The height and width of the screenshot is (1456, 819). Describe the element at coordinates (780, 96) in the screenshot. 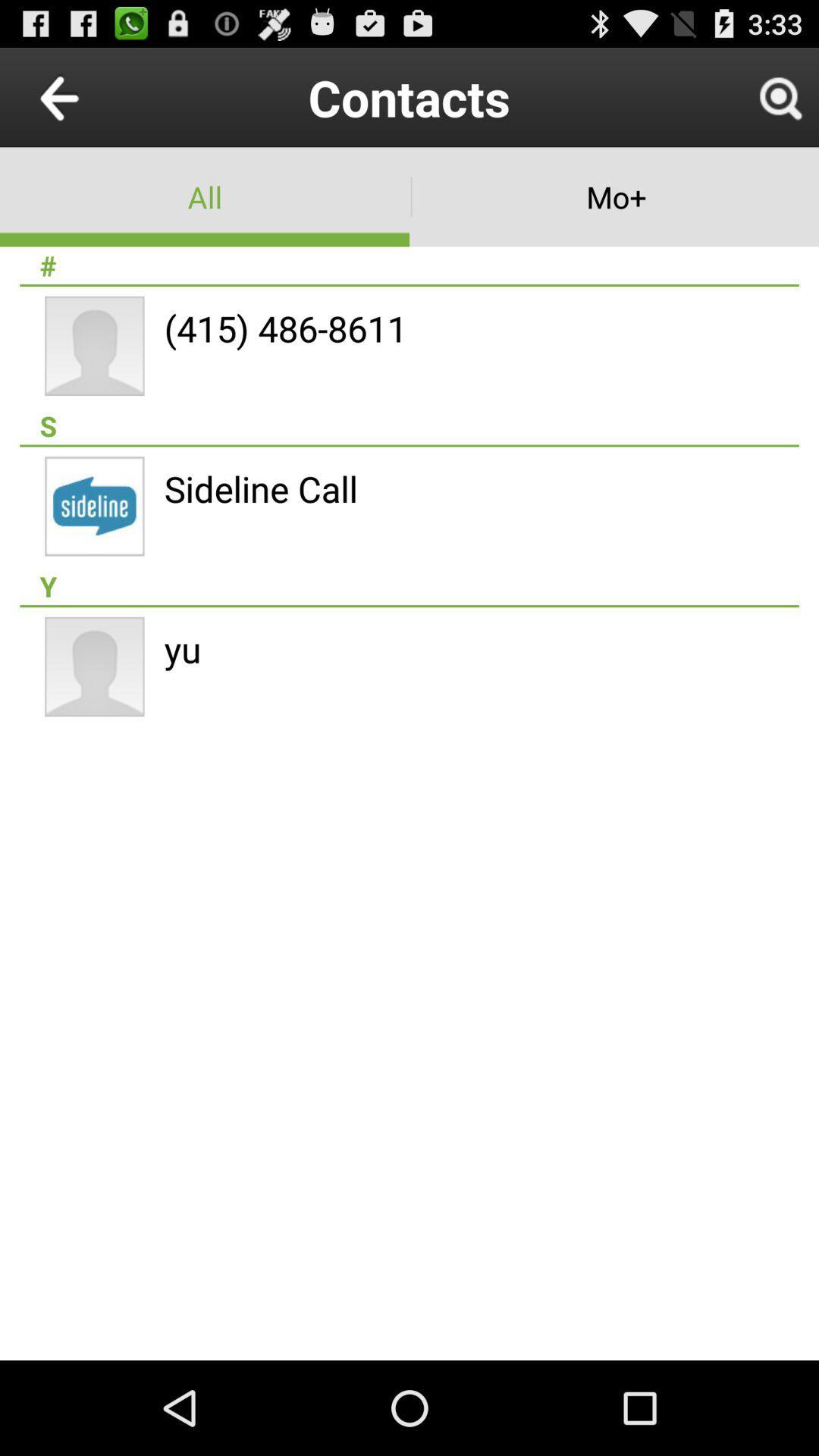

I see `look clser icon` at that location.